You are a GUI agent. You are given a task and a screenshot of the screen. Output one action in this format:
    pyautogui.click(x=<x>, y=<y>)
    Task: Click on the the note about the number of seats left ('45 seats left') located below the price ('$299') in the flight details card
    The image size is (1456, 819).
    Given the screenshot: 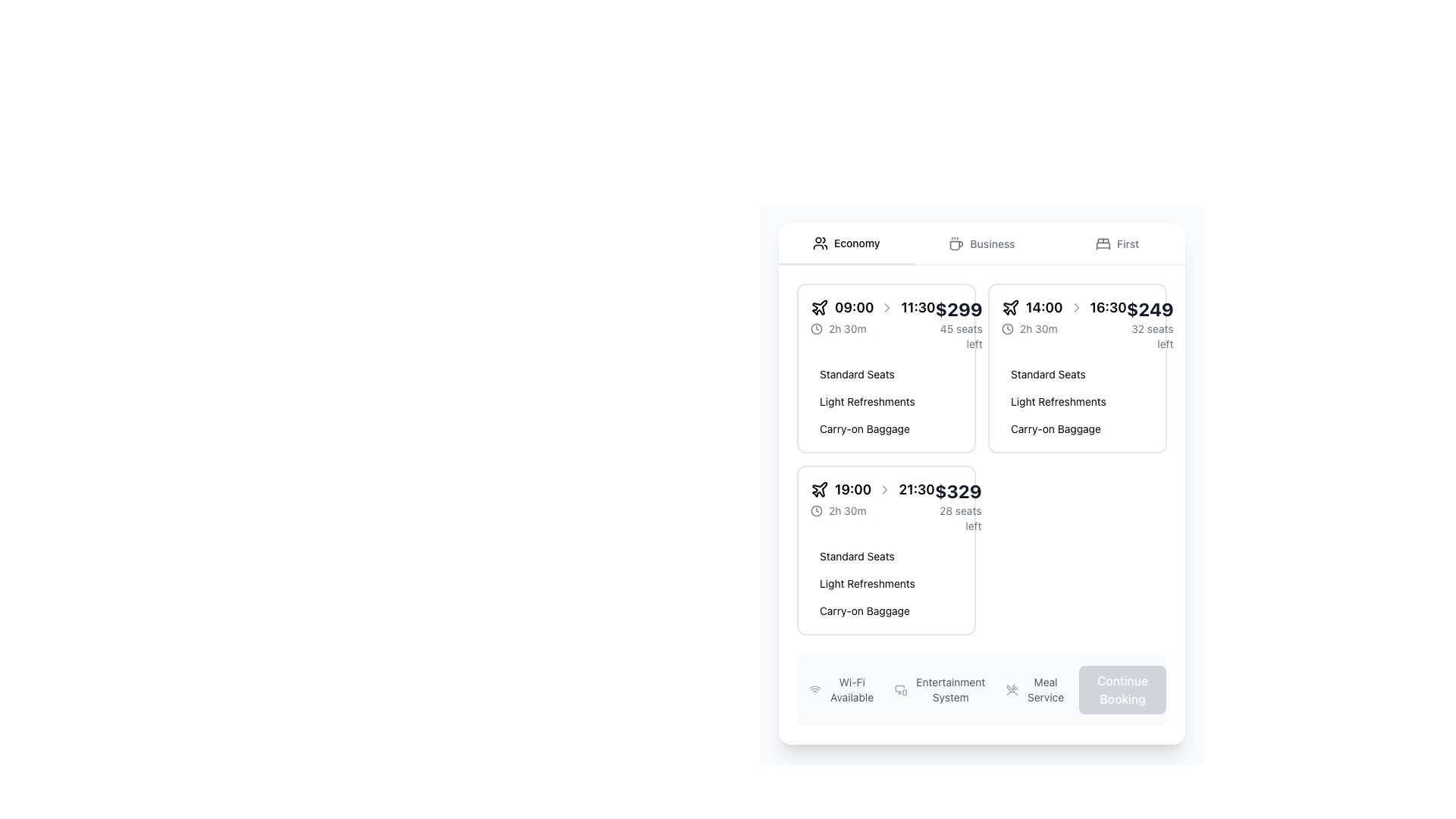 What is the action you would take?
    pyautogui.click(x=958, y=324)
    